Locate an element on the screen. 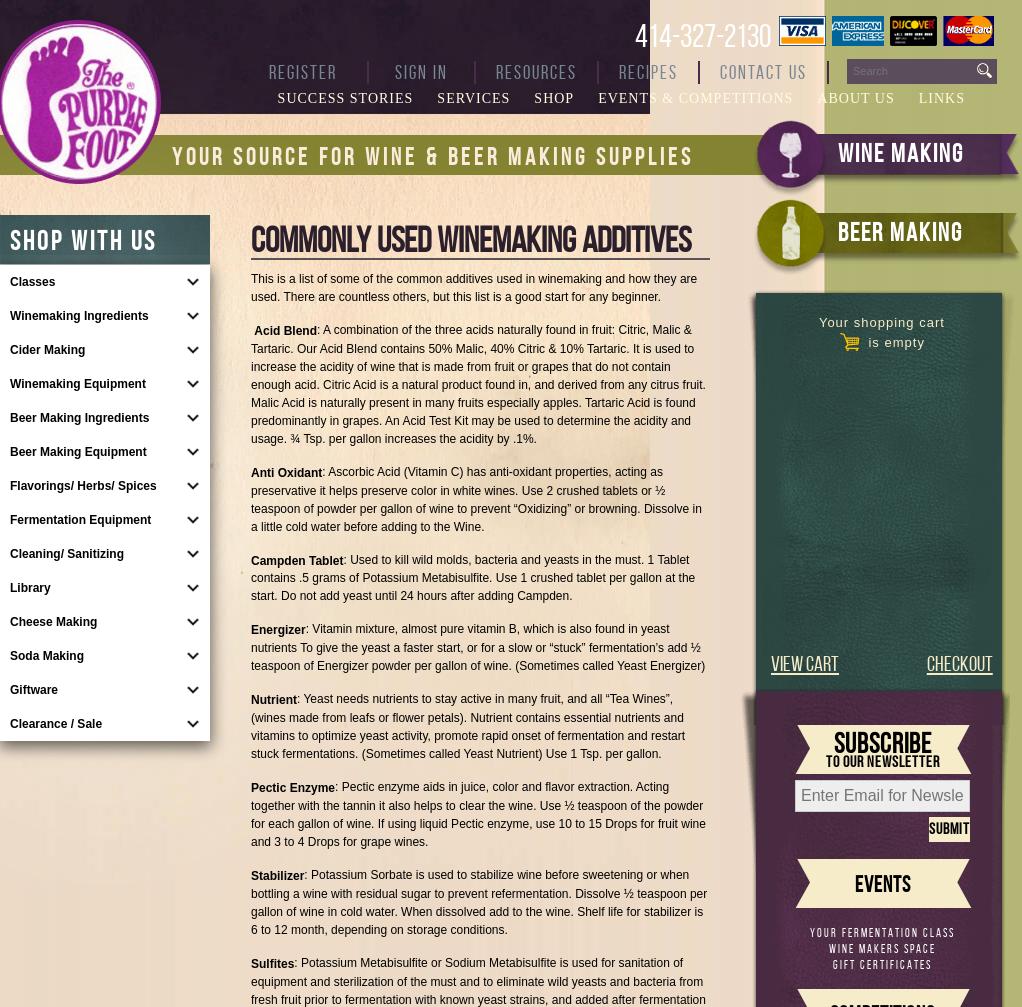 This screenshot has width=1022, height=1007. ': Ascorbic Acid (Vitamin C) has anti-oxidant properties, acting as preservative it helps preserve color in white wines. Use 2 crushed tablets or ½ teaspoon of powder per gallon of wine to prevent “Oxidizing” or browning. Dissolve in a little cold water before adding to the Wine.' is located at coordinates (476, 498).